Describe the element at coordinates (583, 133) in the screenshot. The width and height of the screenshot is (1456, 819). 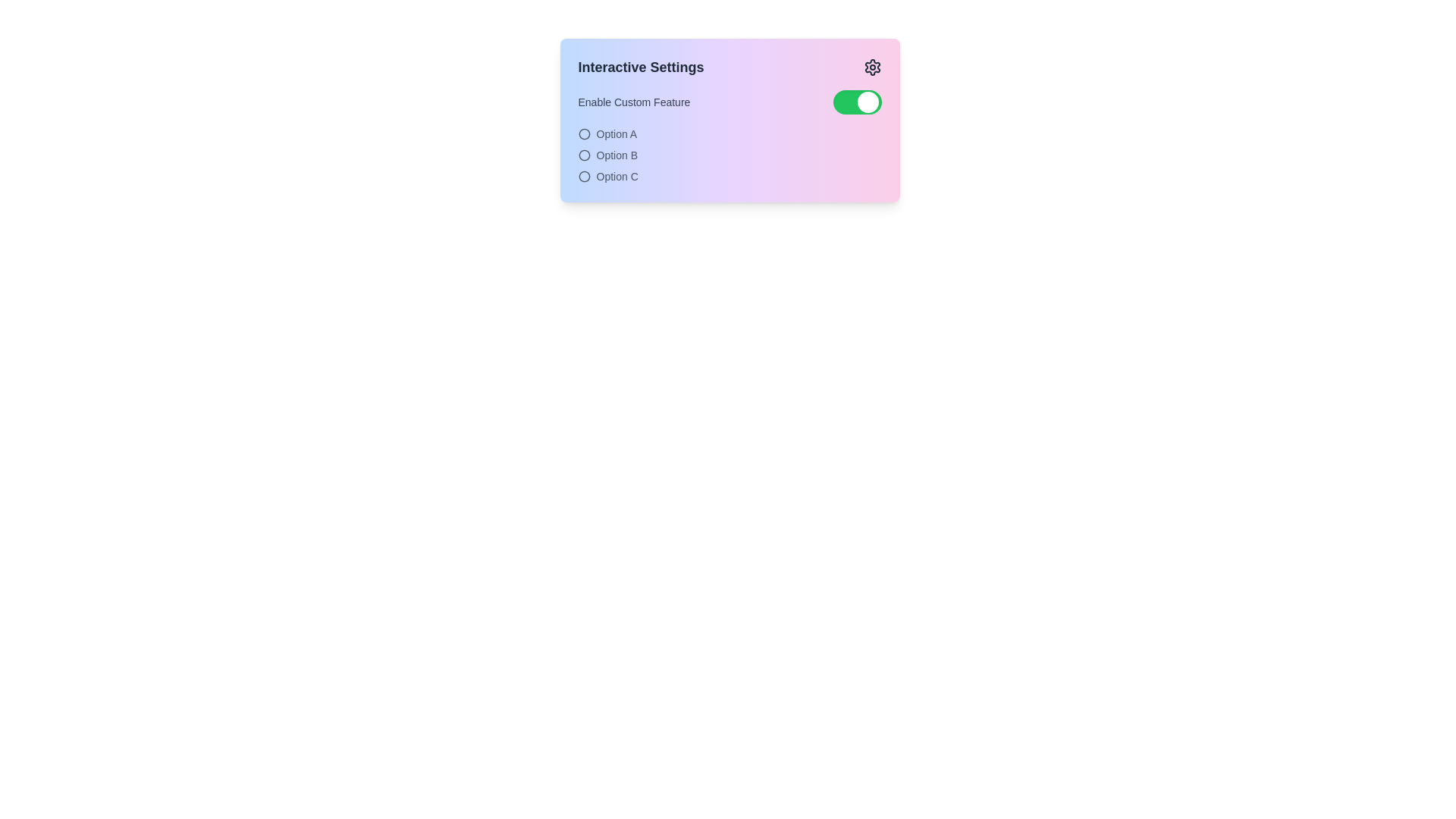
I see `the radio button labeled 'Option A'` at that location.